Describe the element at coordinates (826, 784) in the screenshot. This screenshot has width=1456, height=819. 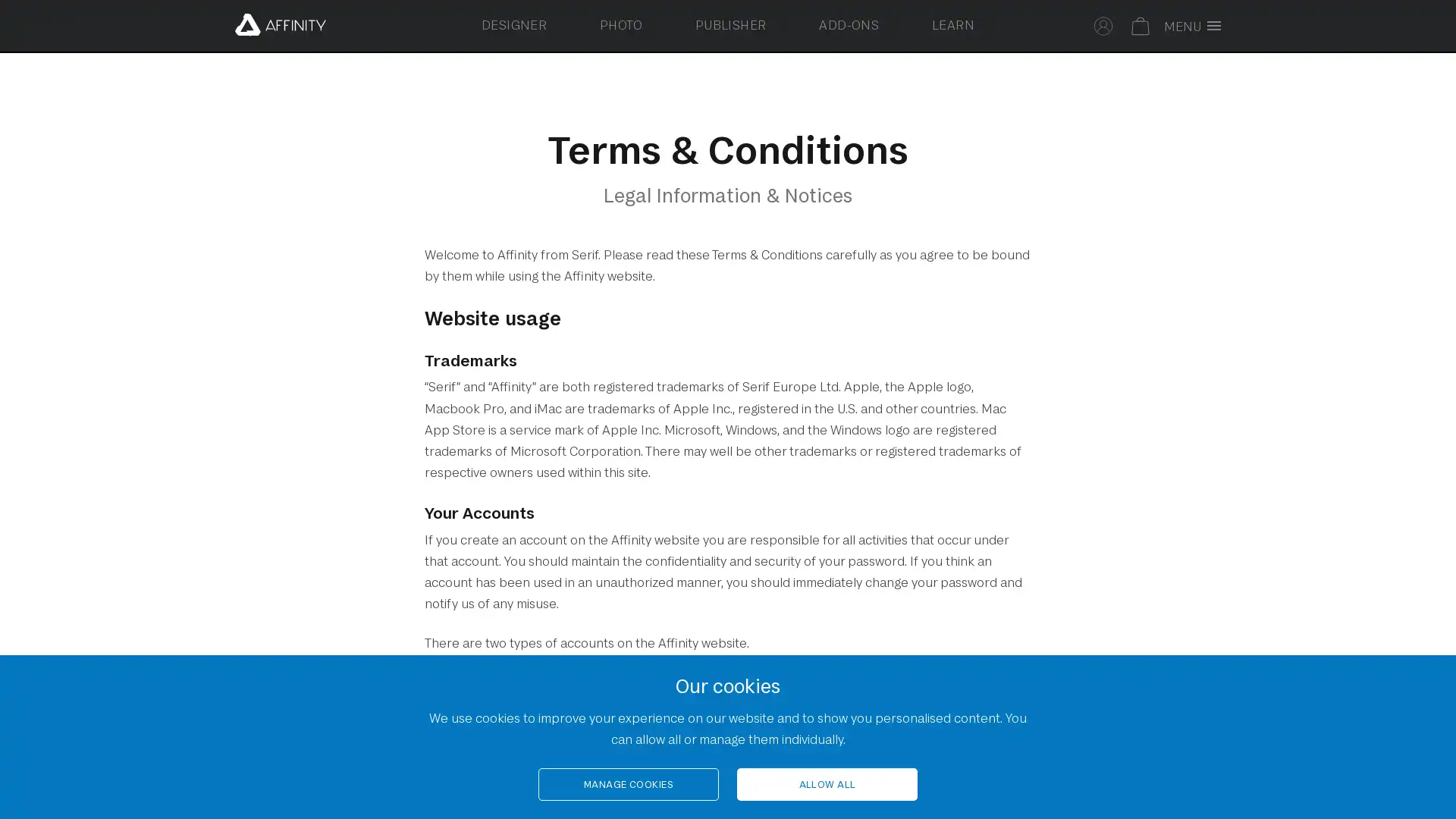
I see `ALLOW ALL` at that location.